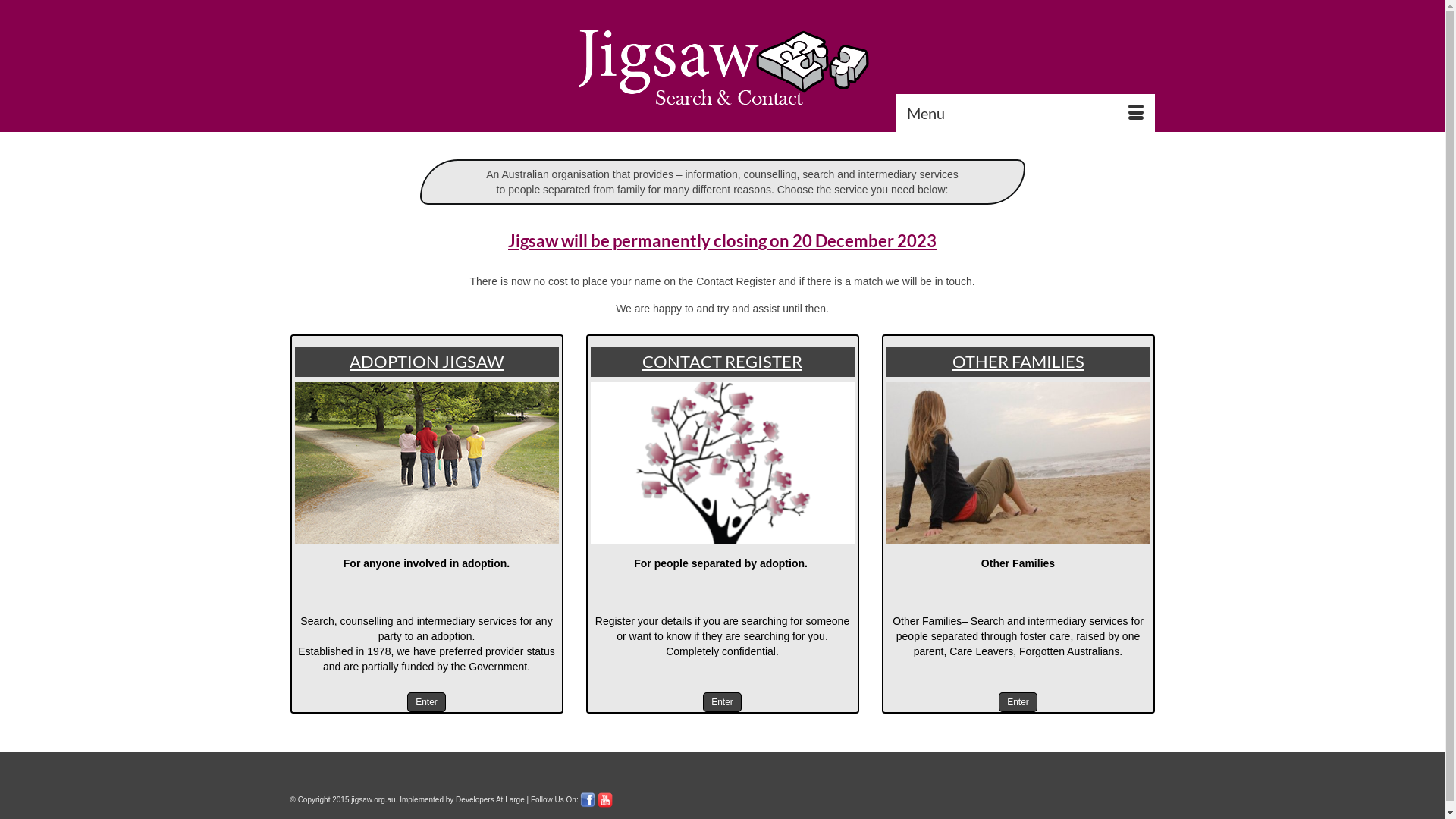  What do you see at coordinates (454, 799) in the screenshot?
I see `'Developers At Large'` at bounding box center [454, 799].